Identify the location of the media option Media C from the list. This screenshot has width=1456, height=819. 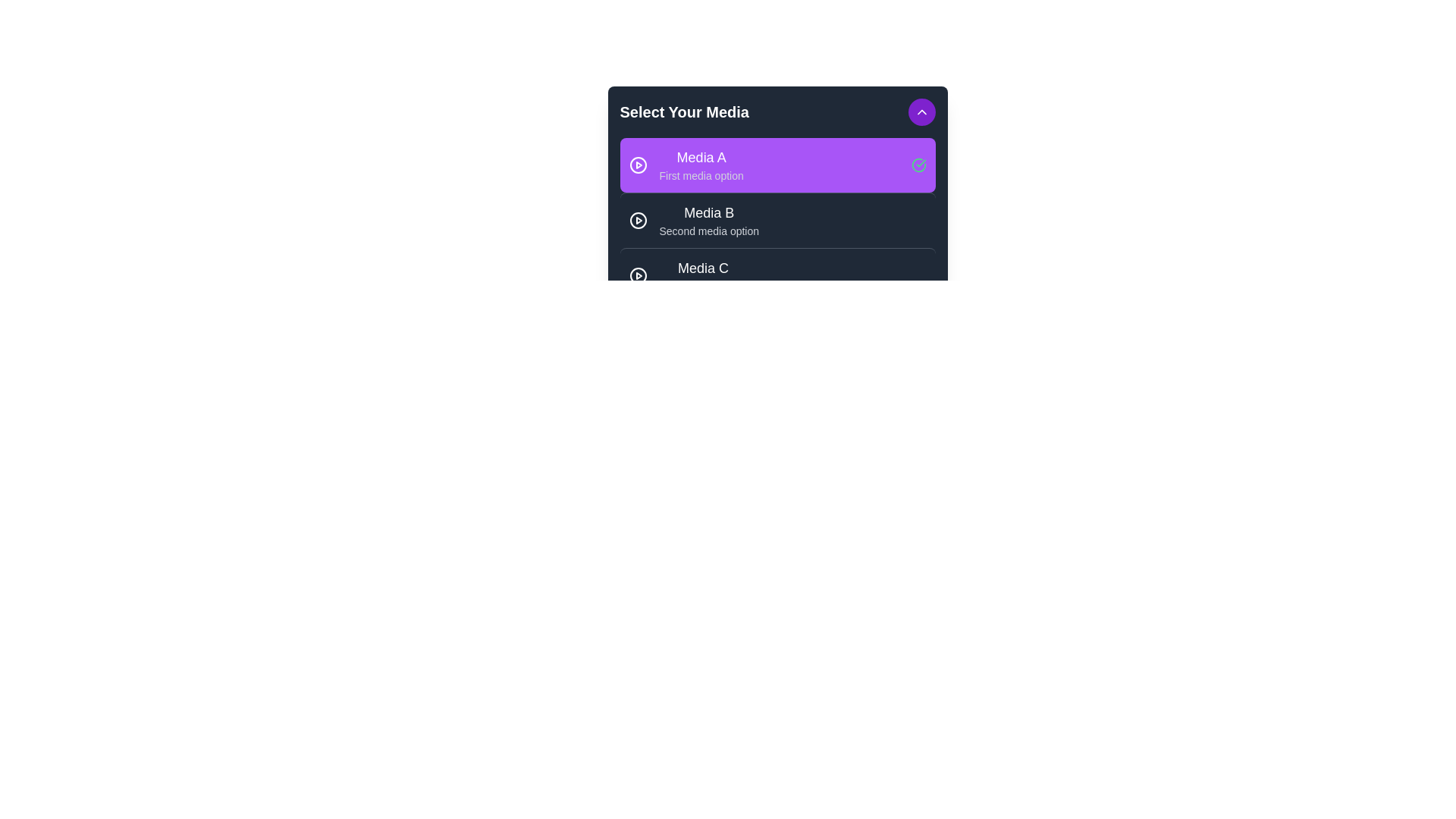
(777, 275).